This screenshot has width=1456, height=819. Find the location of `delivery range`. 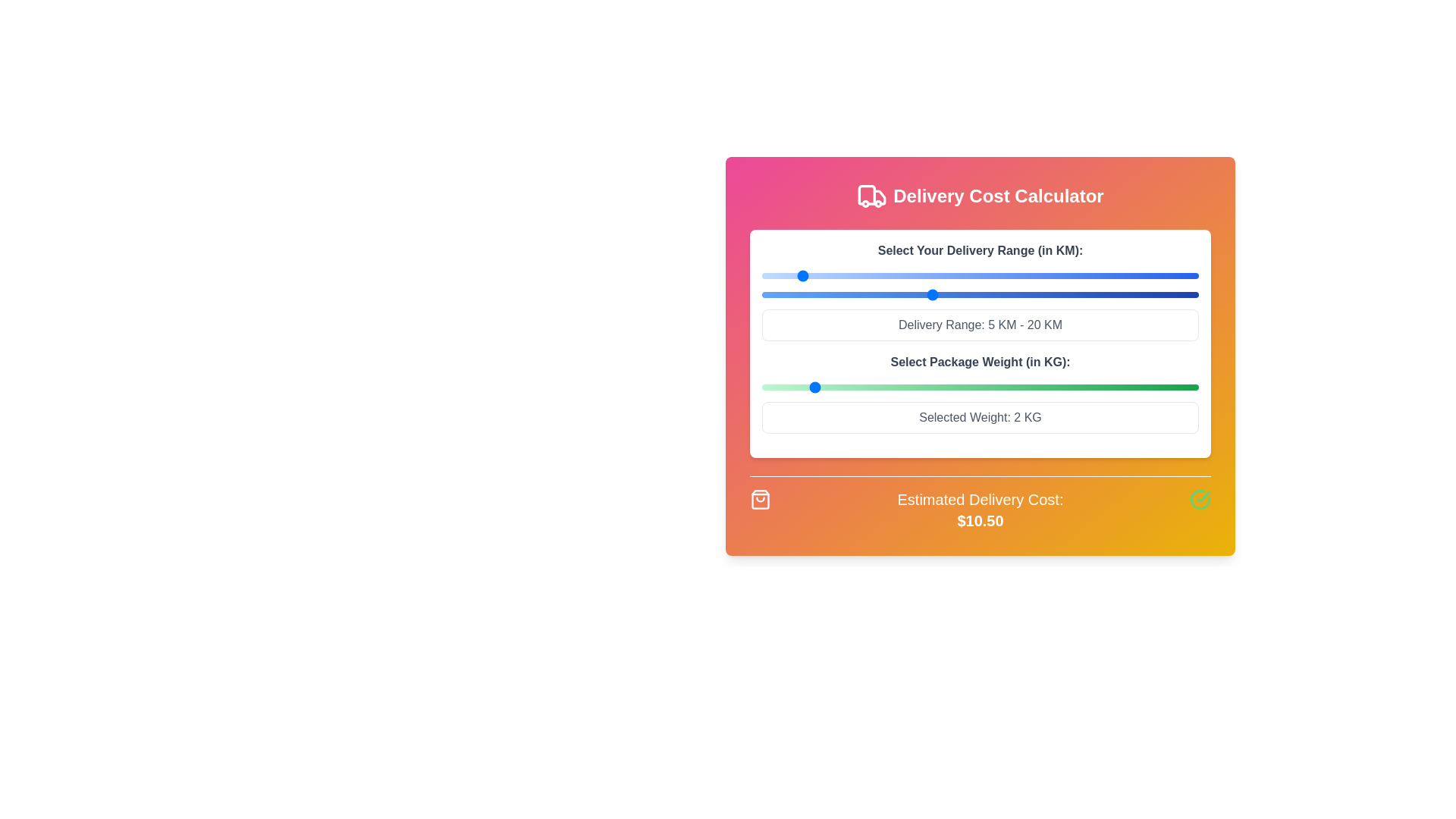

delivery range is located at coordinates (1073, 295).